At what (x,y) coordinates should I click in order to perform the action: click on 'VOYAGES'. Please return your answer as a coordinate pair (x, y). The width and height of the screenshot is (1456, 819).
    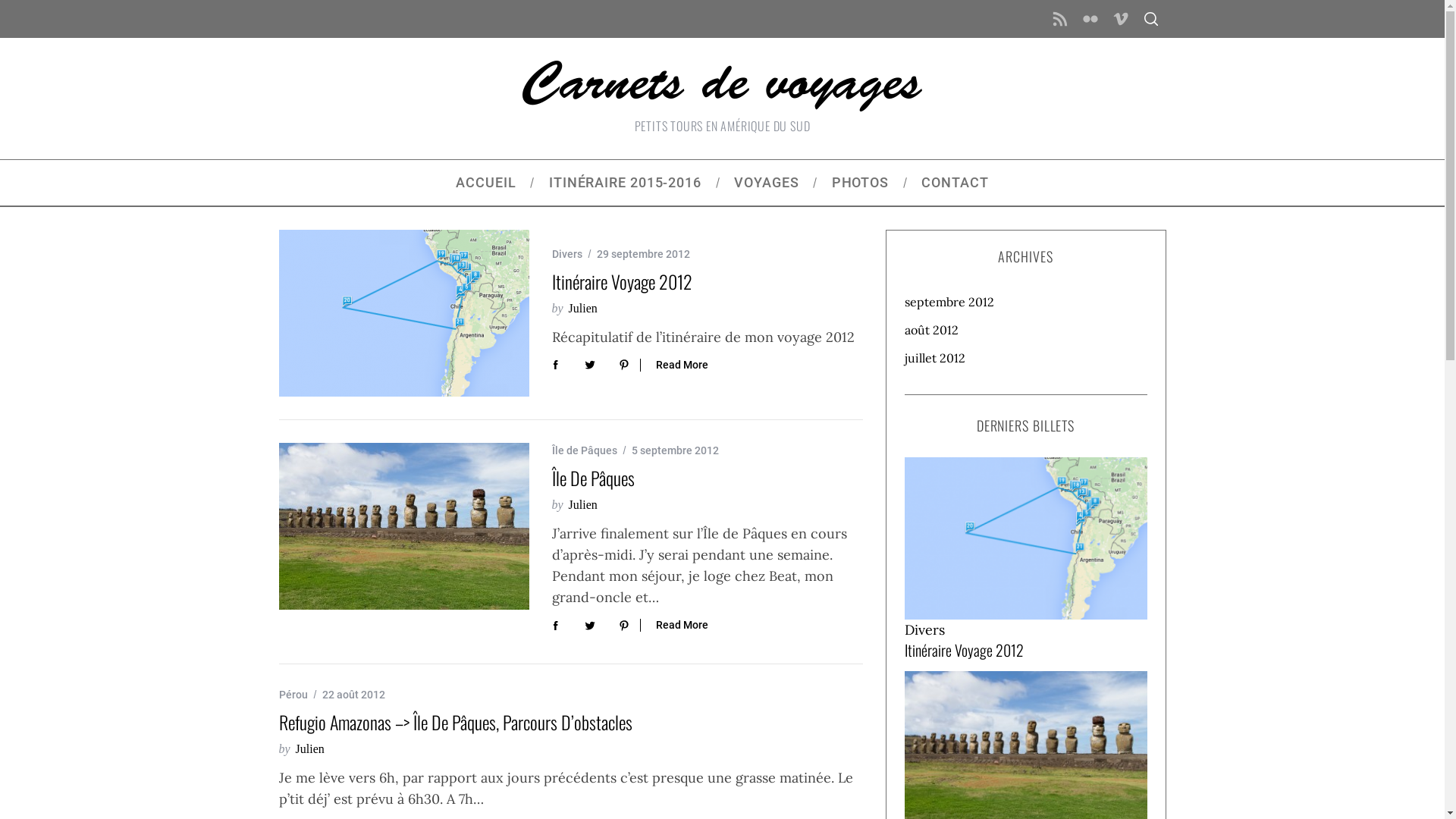
    Looking at the image, I should click on (717, 181).